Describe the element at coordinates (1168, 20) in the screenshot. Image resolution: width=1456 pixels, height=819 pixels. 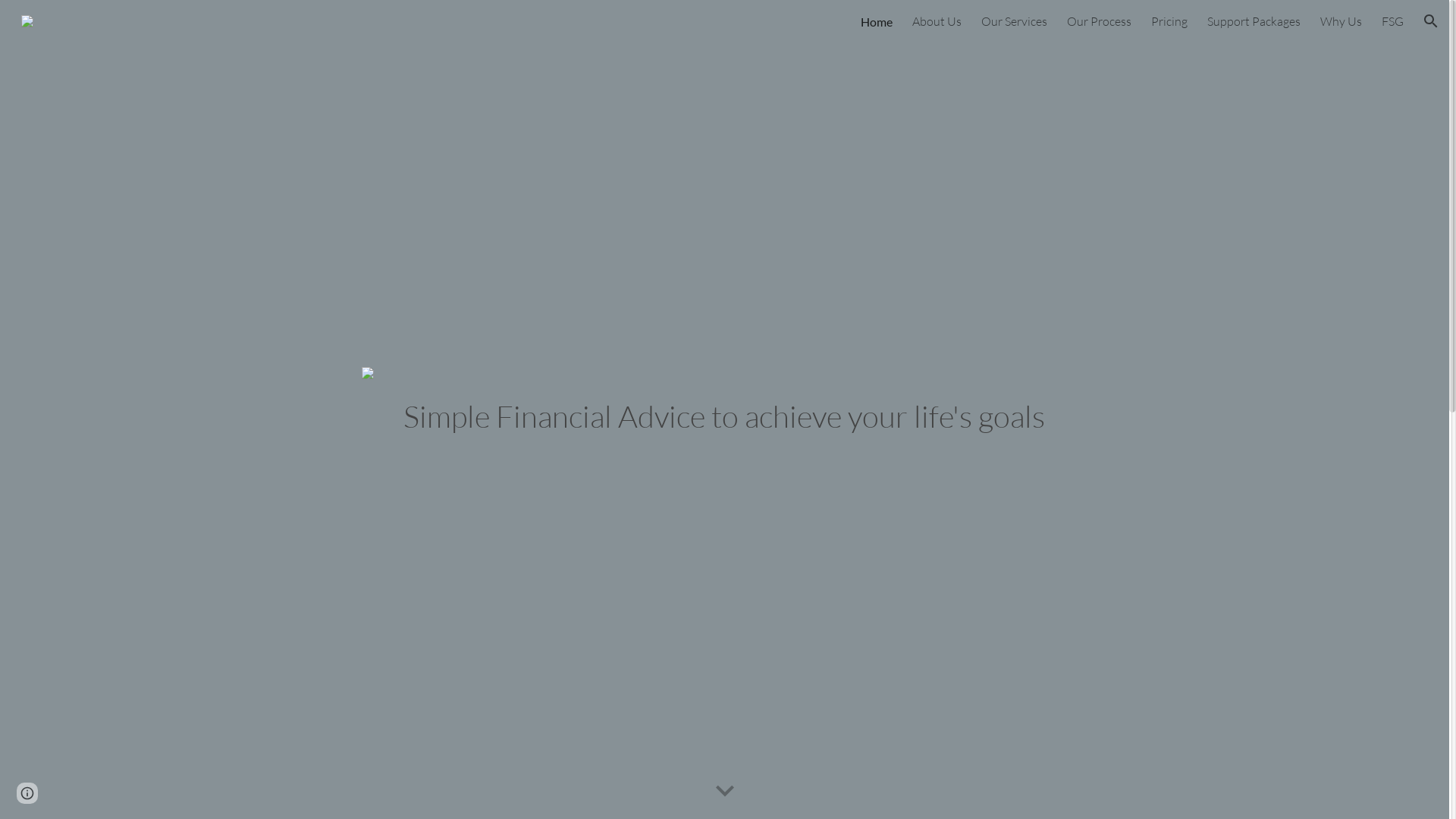
I see `'Pricing'` at that location.